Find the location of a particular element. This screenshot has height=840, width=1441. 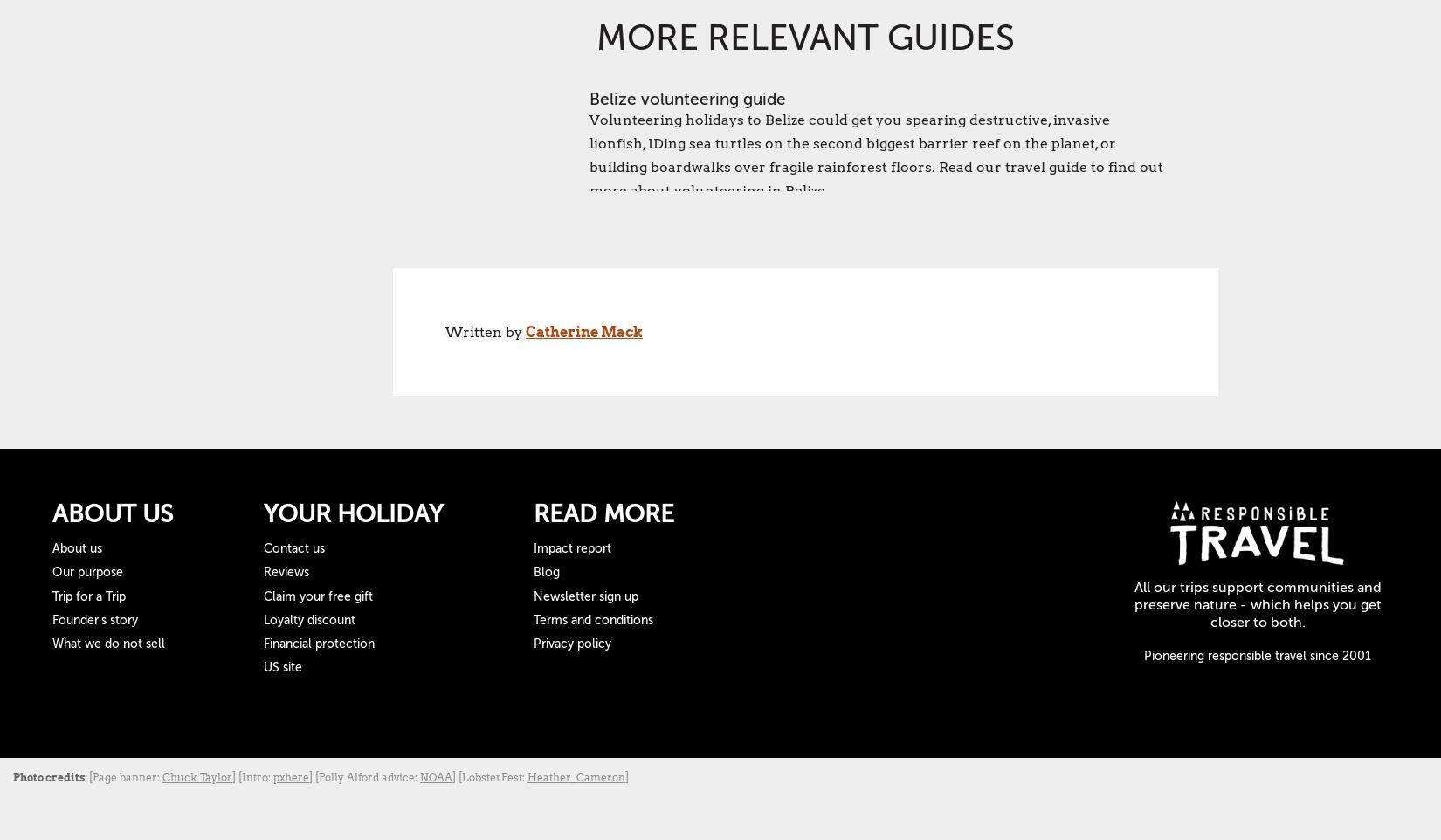

'Terms and conditions' is located at coordinates (532, 618).